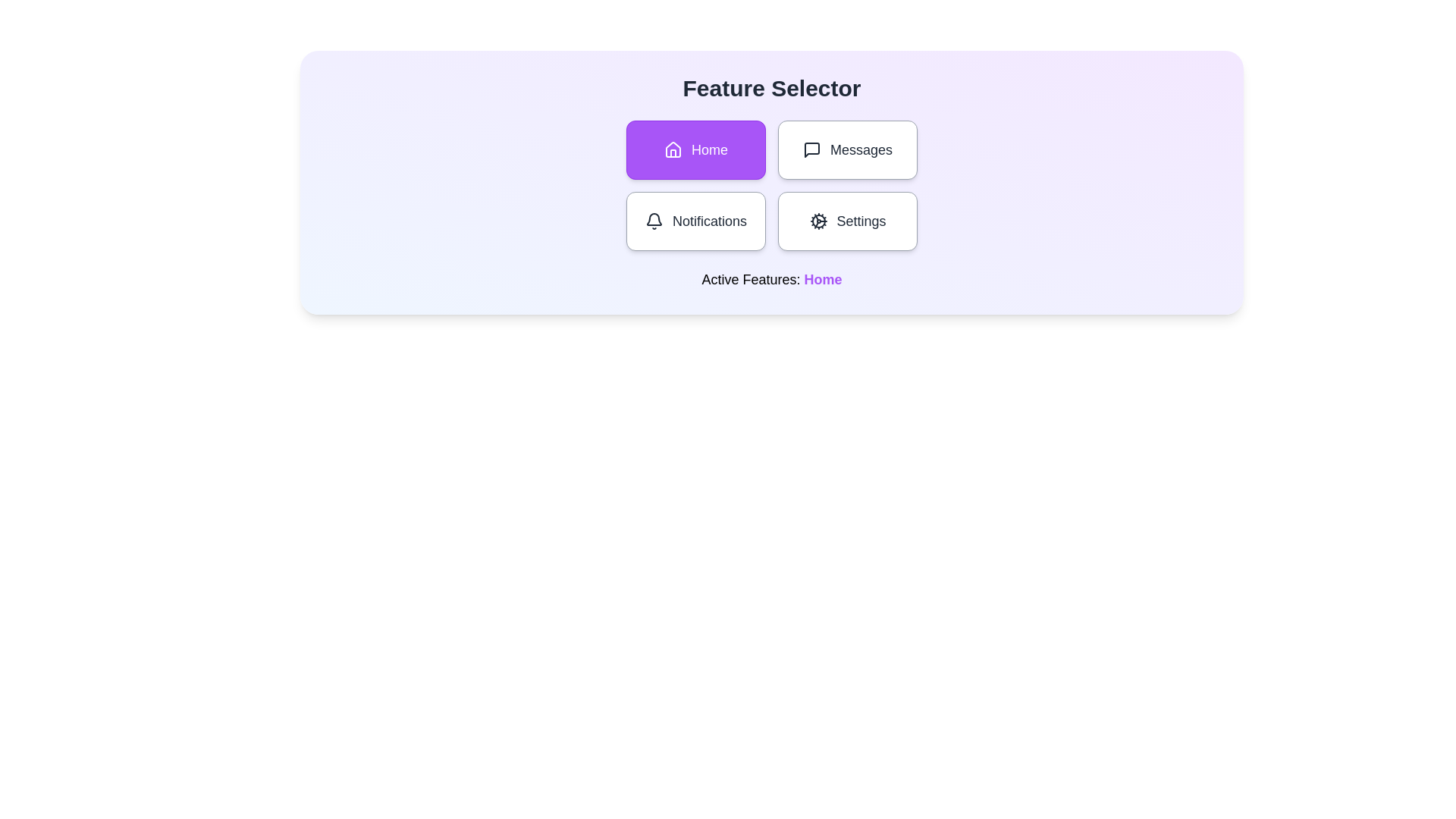 Image resolution: width=1456 pixels, height=819 pixels. I want to click on the text label displaying 'Home', which is styled in bold purple font and is the last word in the sentence 'Active Features: Home', so click(822, 280).